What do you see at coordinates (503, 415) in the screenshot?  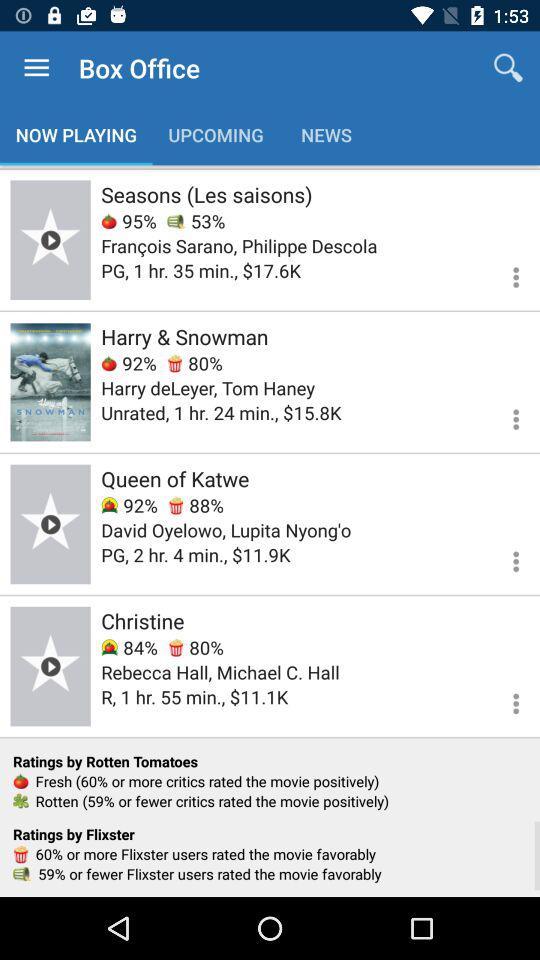 I see `see more information` at bounding box center [503, 415].